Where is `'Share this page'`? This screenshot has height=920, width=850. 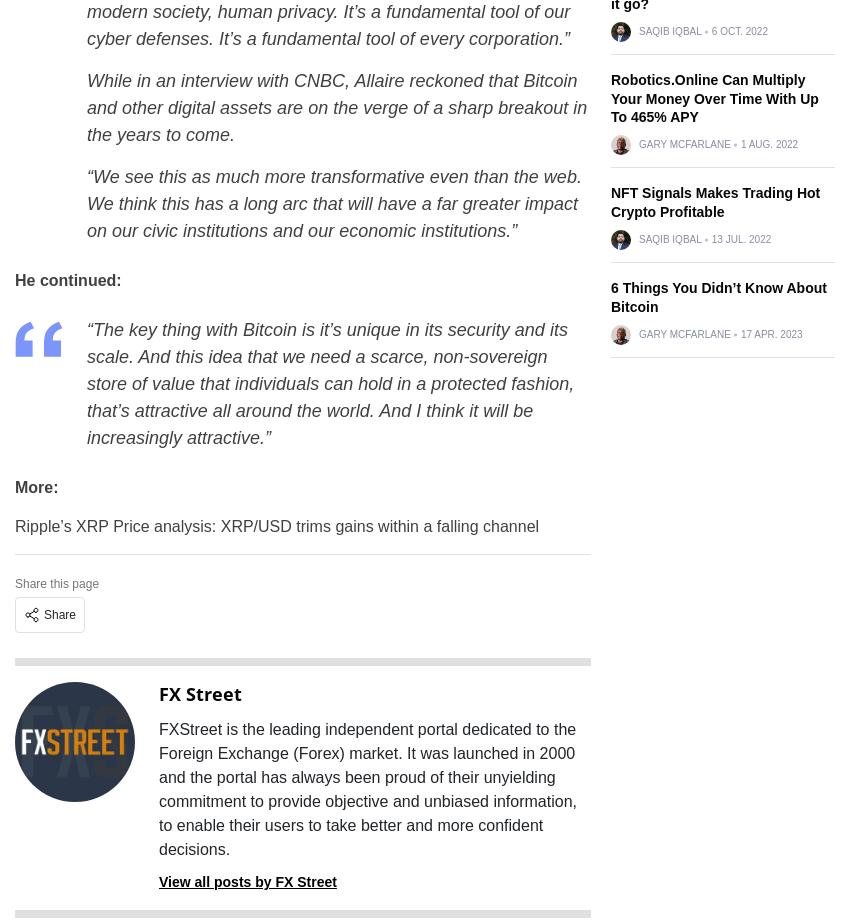
'Share this page' is located at coordinates (13, 583).